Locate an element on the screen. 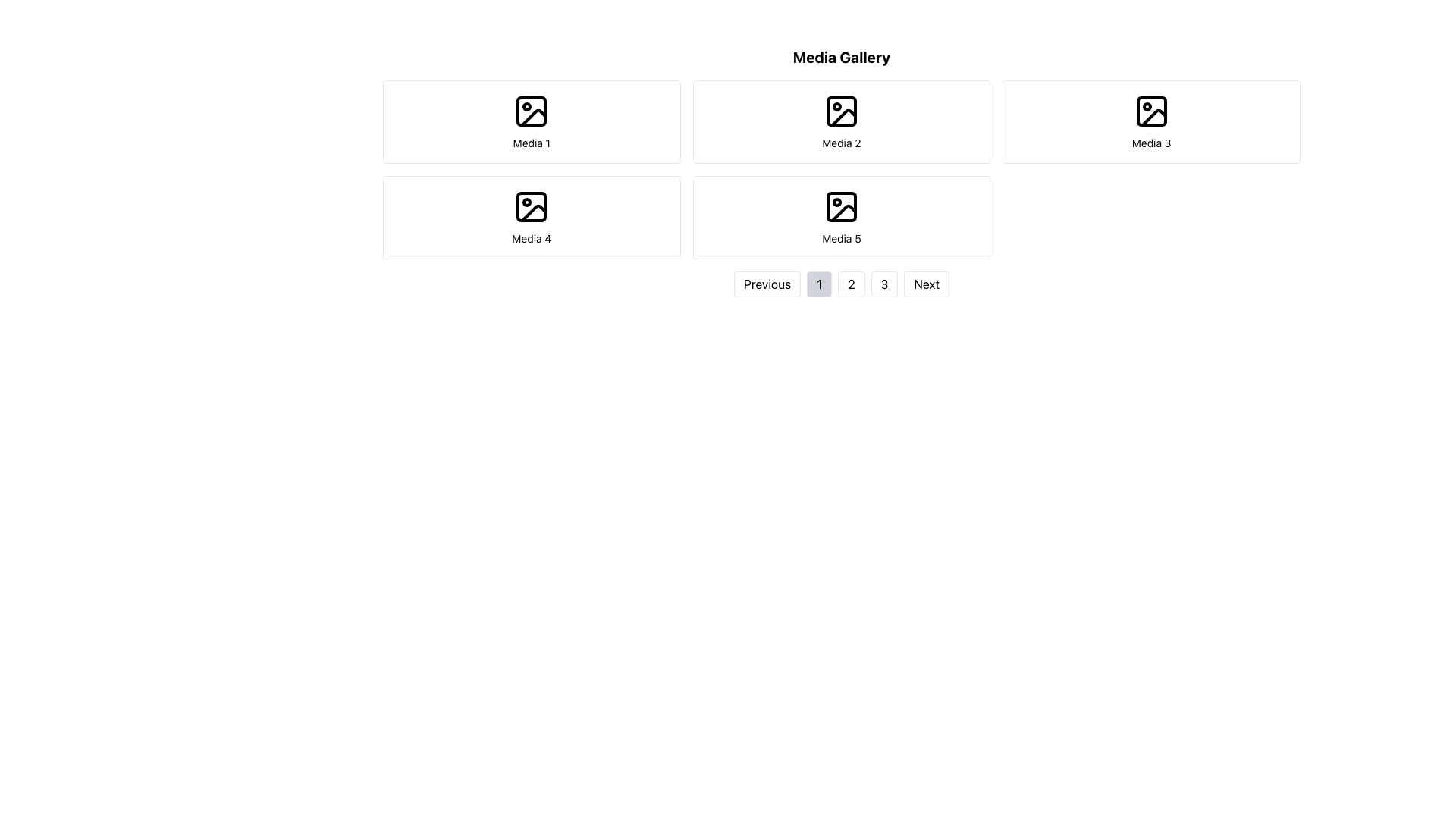 This screenshot has width=1456, height=819. the highlighted navigation button labeled '2' is located at coordinates (840, 284).